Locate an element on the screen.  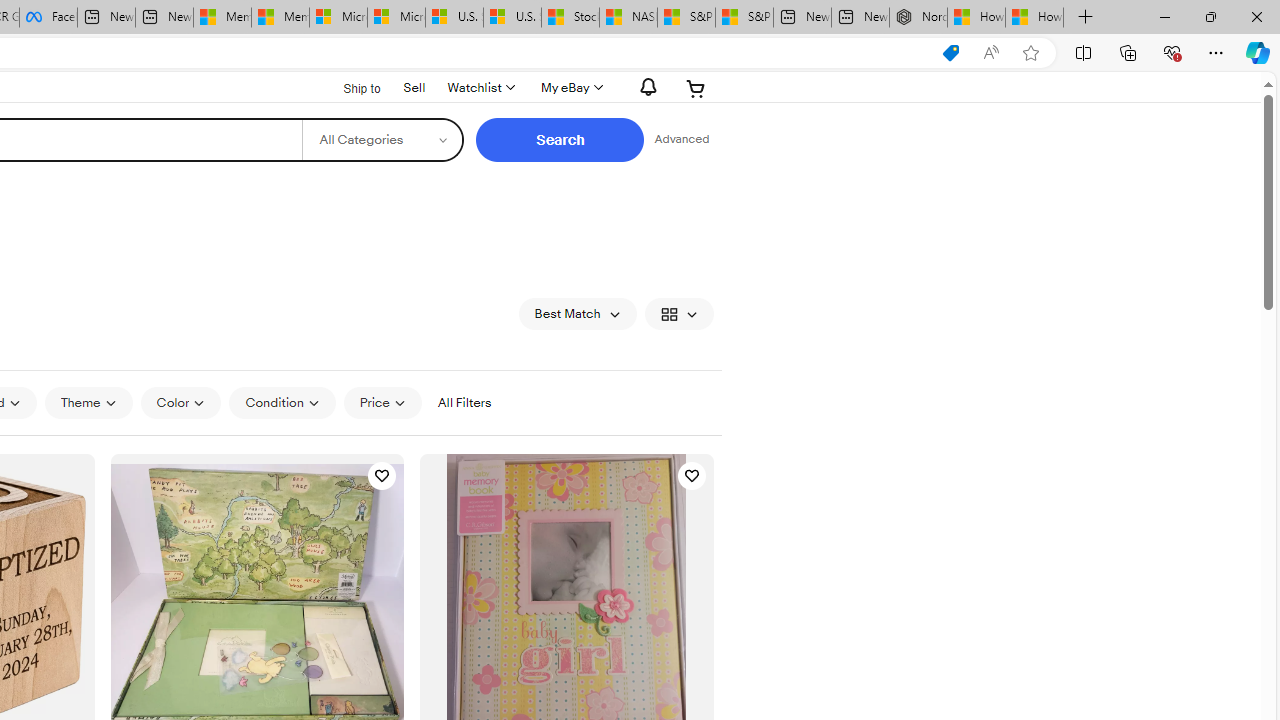
'Advanced Search' is located at coordinates (681, 139).